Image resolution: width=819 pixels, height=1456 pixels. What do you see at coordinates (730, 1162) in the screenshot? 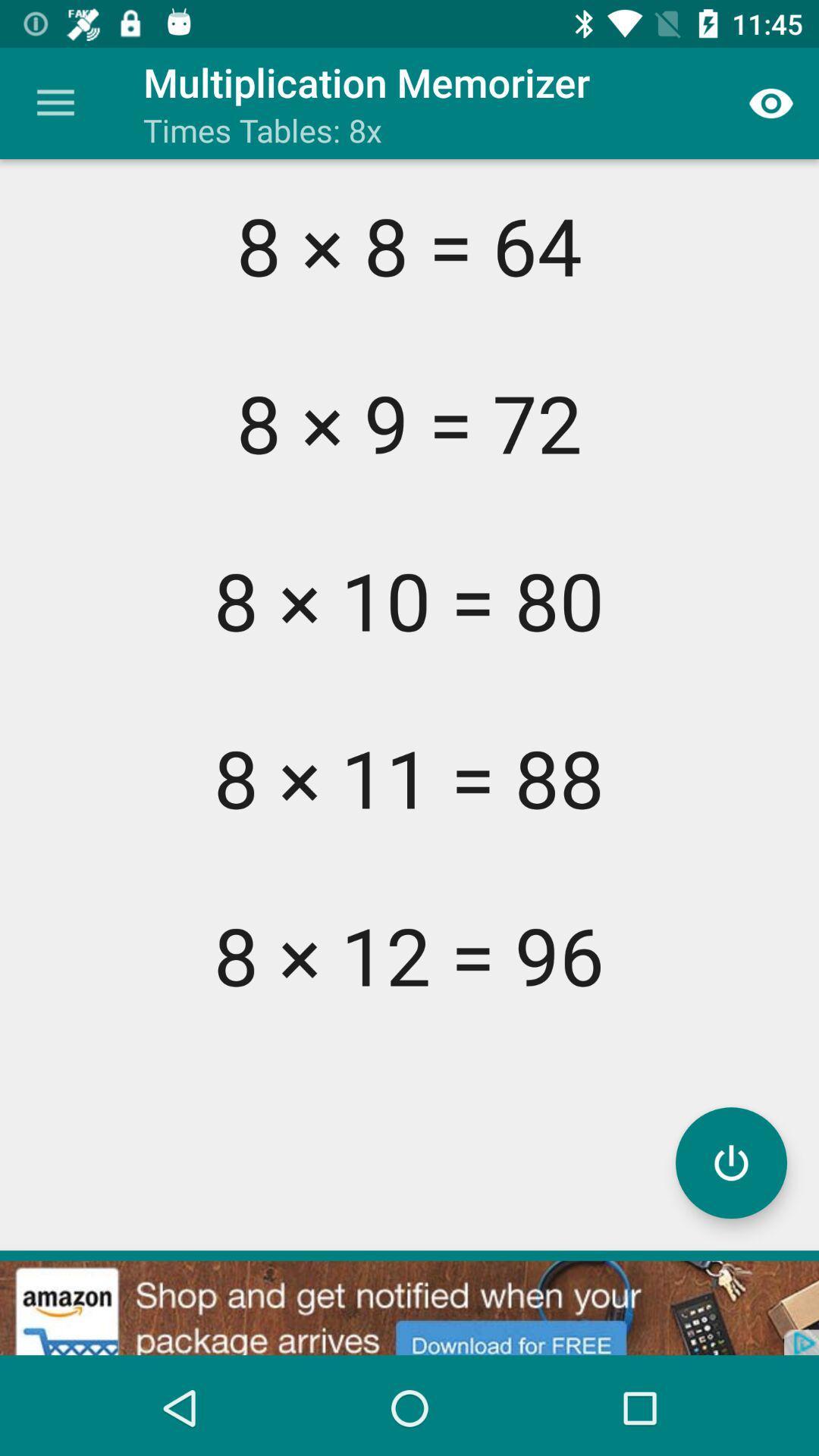
I see `the power icon` at bounding box center [730, 1162].